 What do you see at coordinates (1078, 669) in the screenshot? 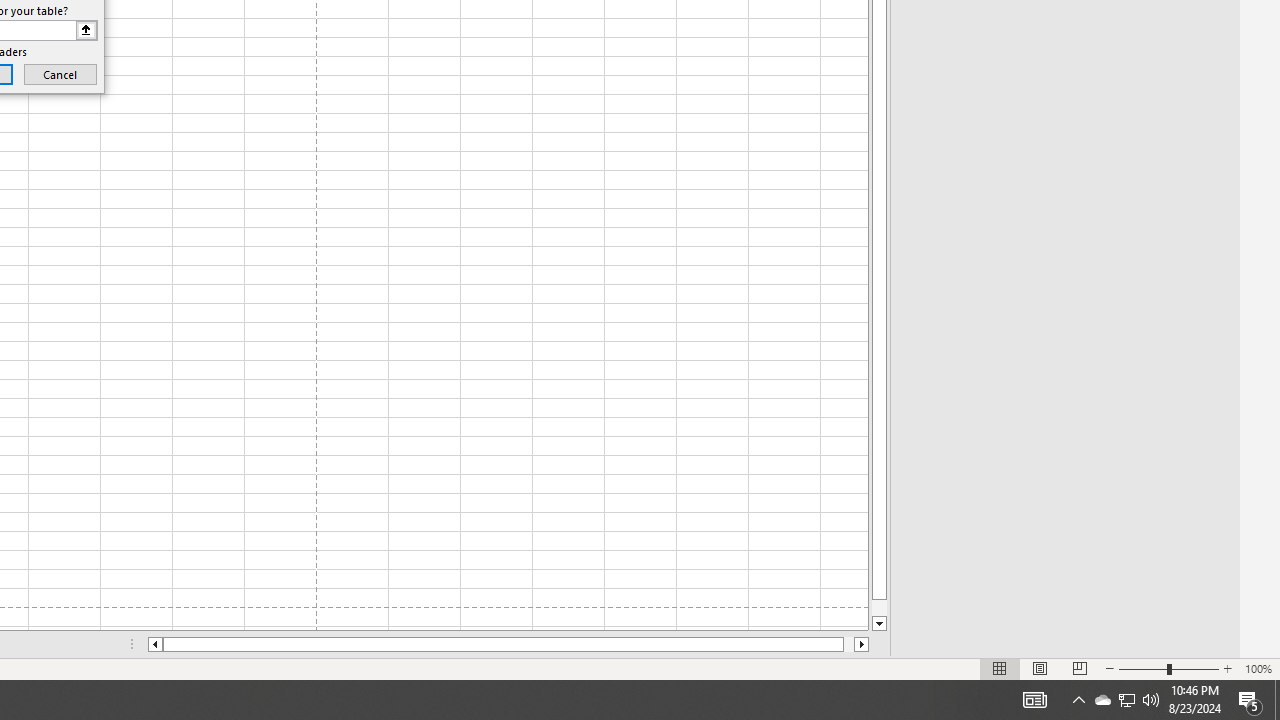
I see `'Page Break Preview'` at bounding box center [1078, 669].